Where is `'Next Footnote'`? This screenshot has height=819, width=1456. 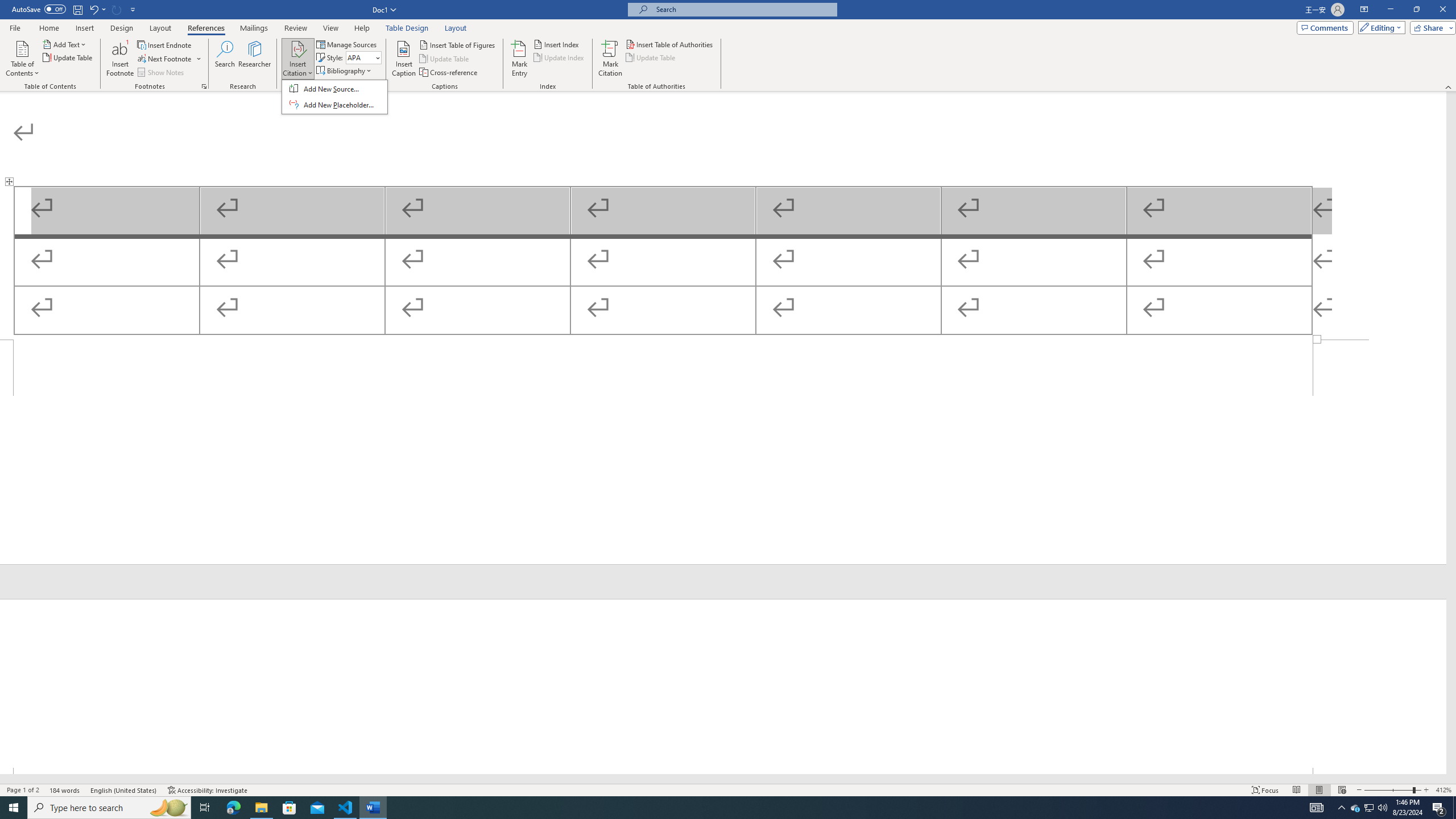 'Next Footnote' is located at coordinates (204, 85).